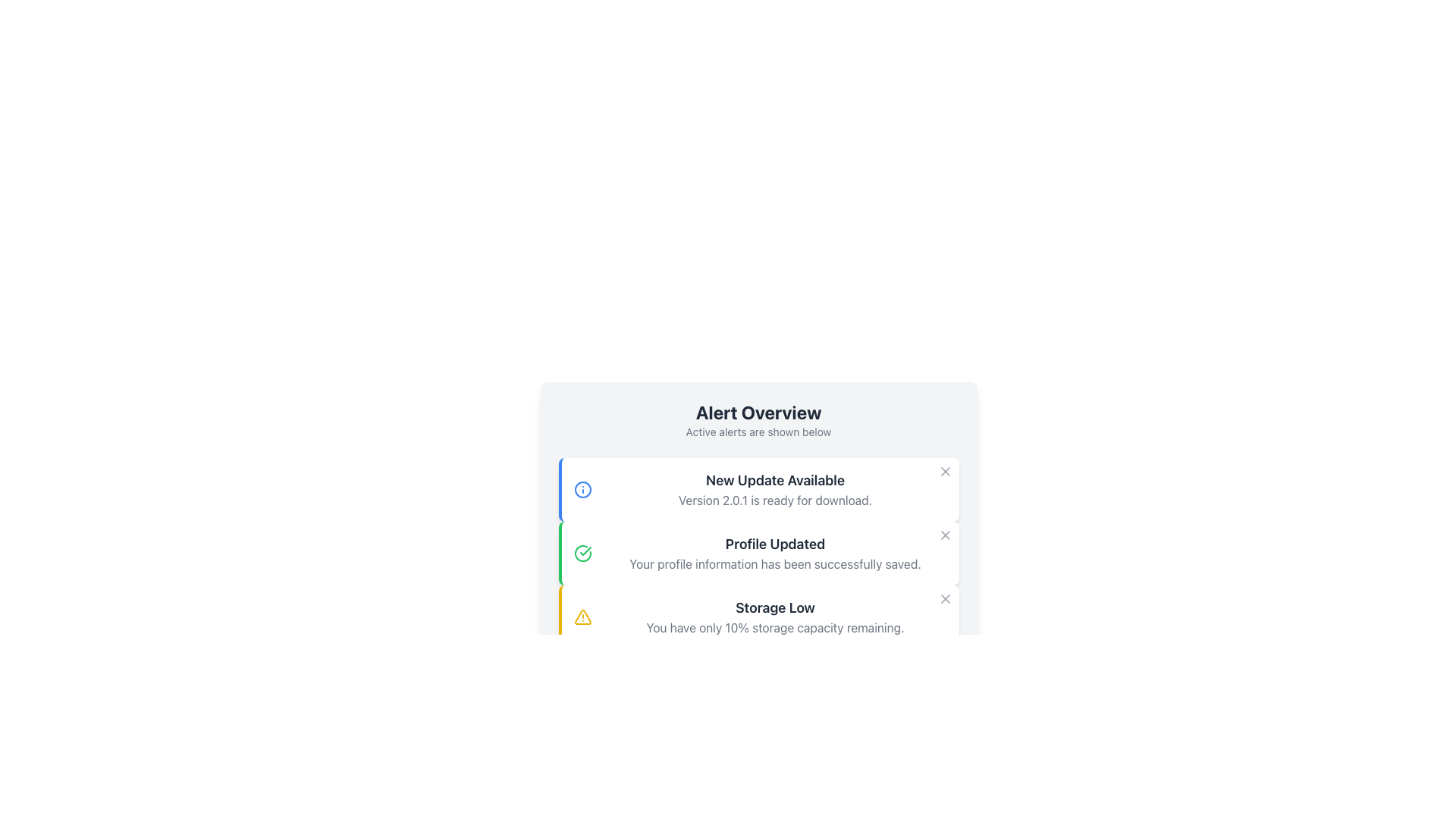 Image resolution: width=1456 pixels, height=819 pixels. What do you see at coordinates (758, 617) in the screenshot?
I see `the third notification in the vertically stacked list of alerts, which serves as a warning about low storage and is positioned below the 'Profile Updated' notification` at bounding box center [758, 617].